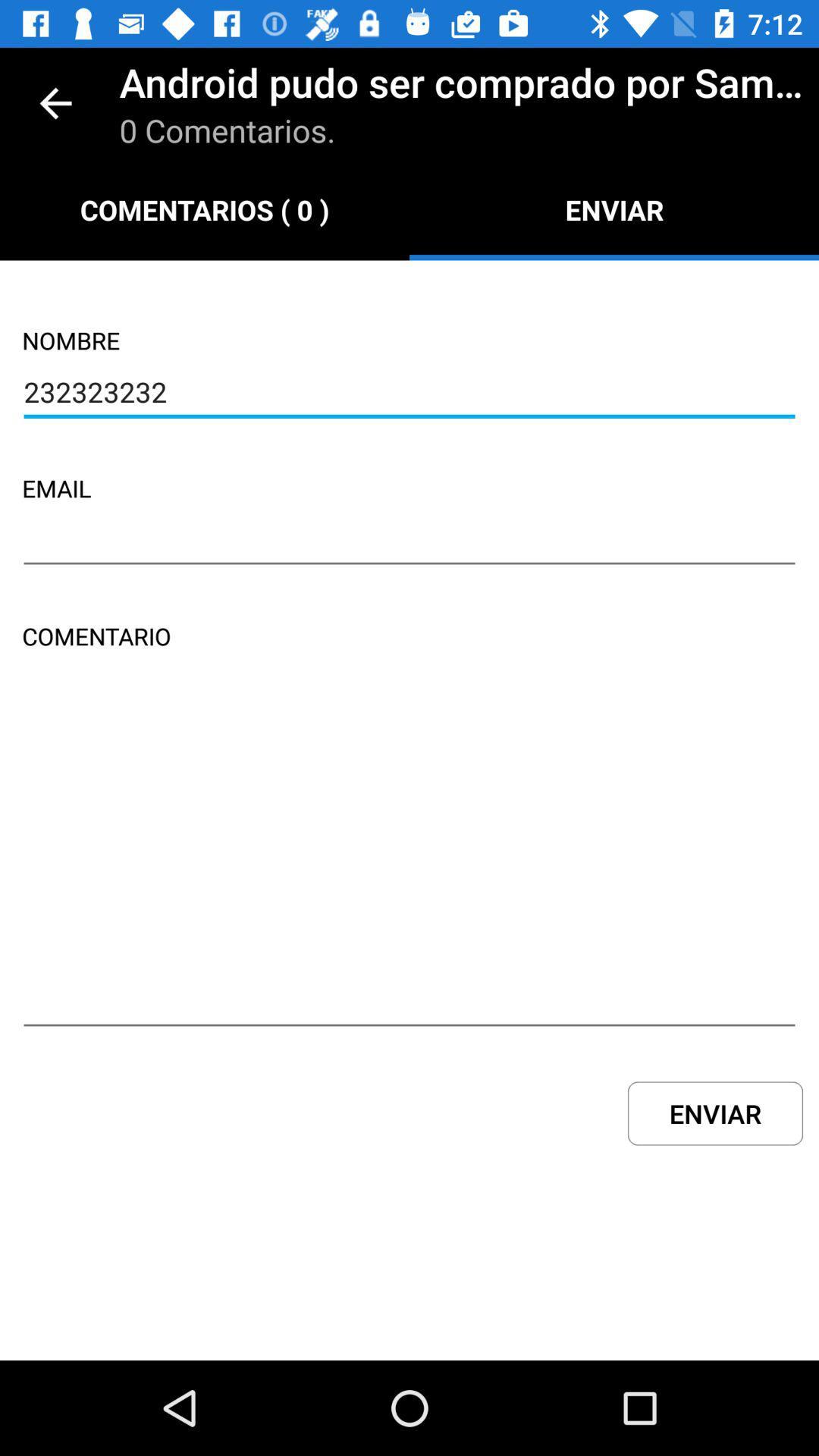 The height and width of the screenshot is (1456, 819). I want to click on comments, so click(409, 862).